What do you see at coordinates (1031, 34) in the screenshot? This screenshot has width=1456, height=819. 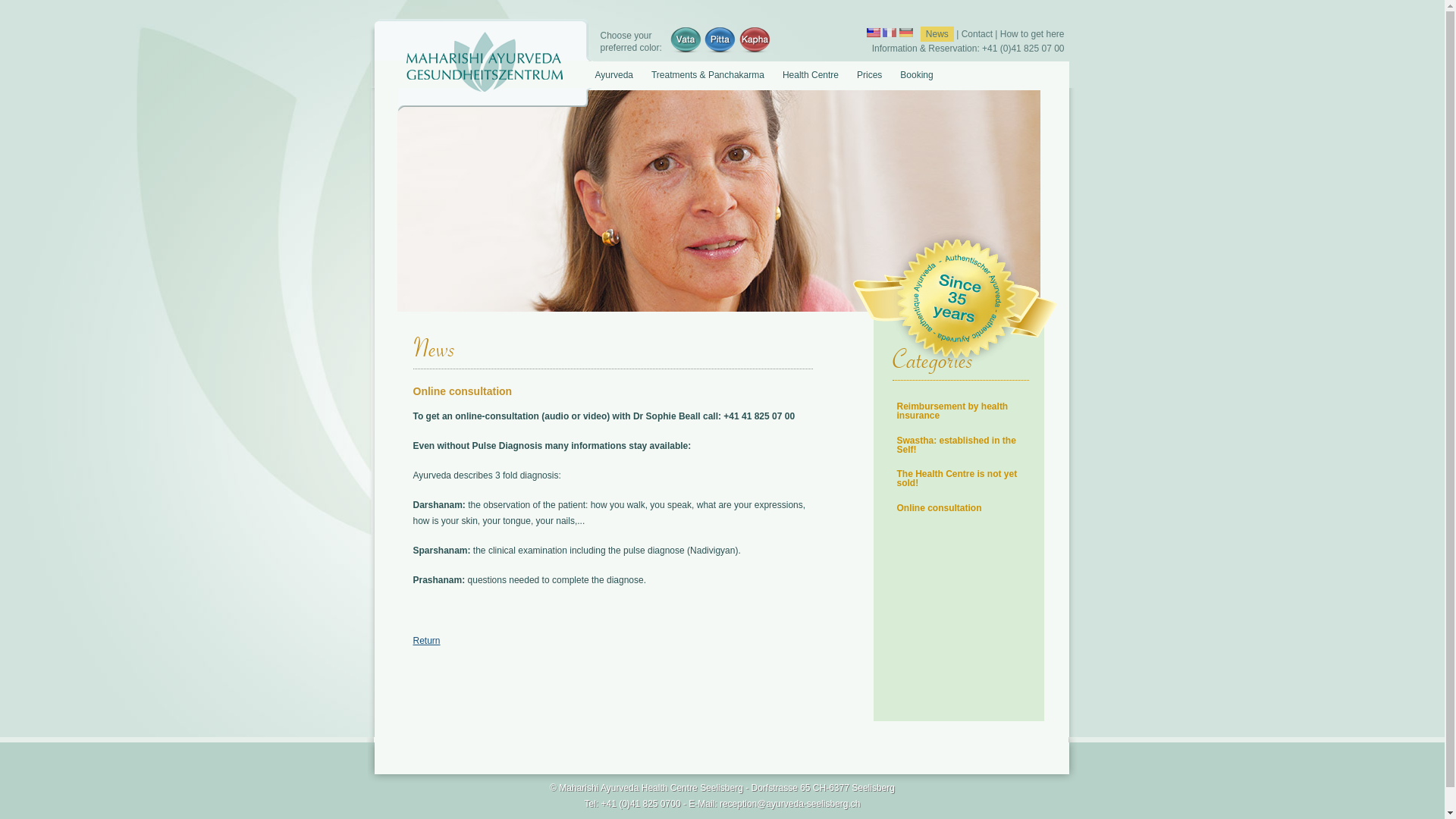 I see `'How to get here'` at bounding box center [1031, 34].